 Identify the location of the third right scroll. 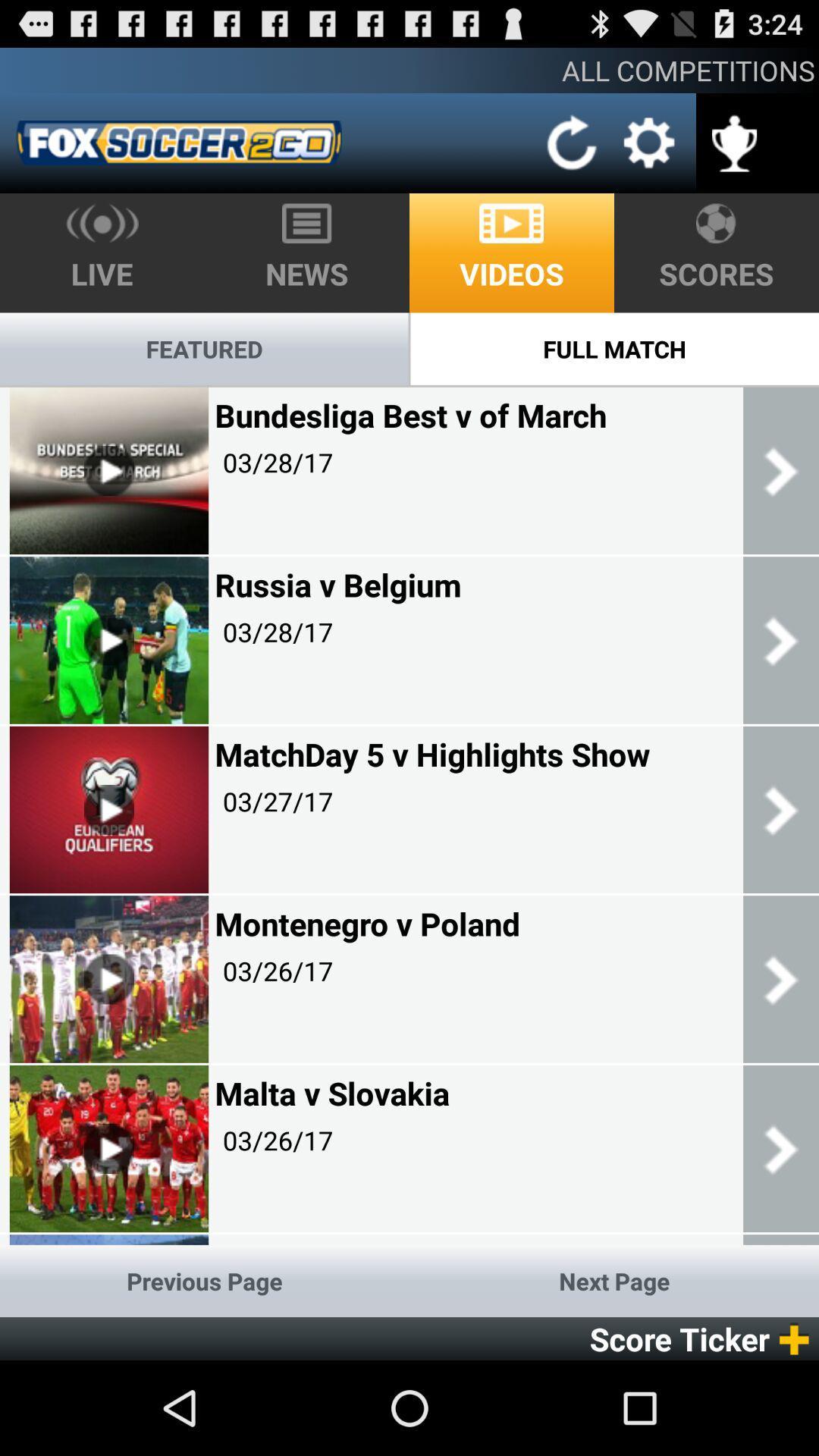
(780, 808).